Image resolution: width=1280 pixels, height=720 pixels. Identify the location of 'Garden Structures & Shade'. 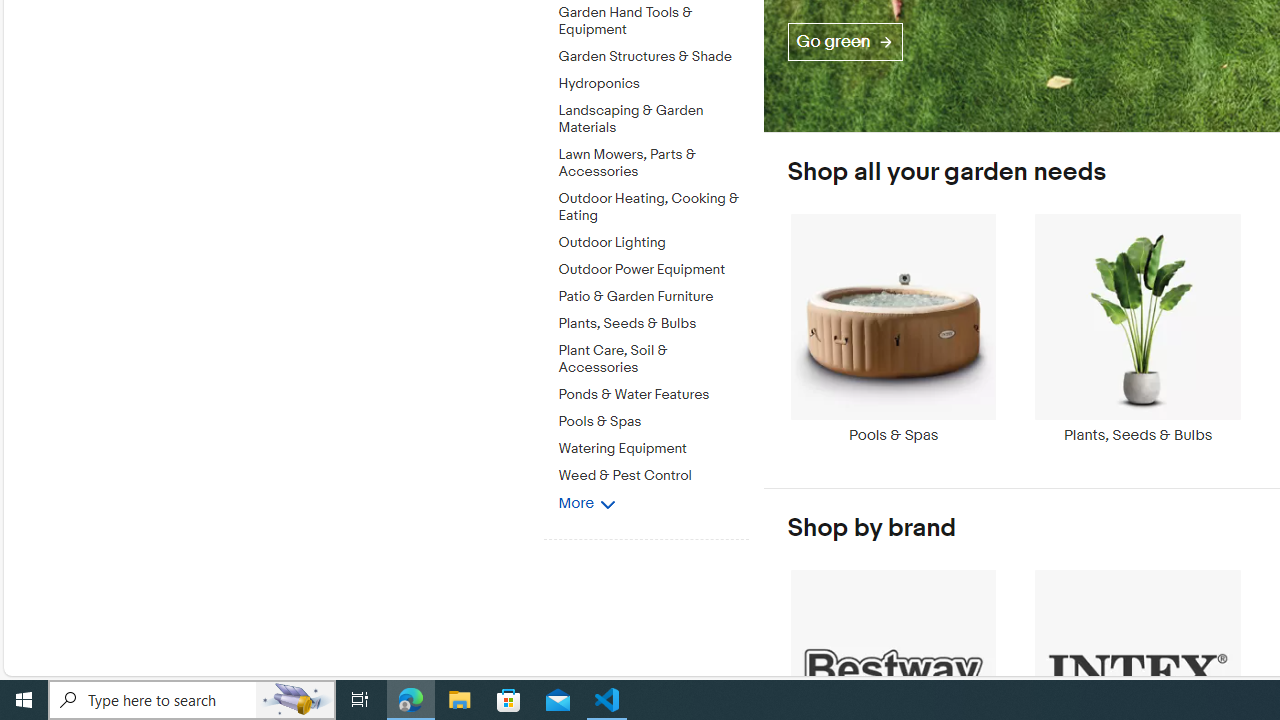
(653, 56).